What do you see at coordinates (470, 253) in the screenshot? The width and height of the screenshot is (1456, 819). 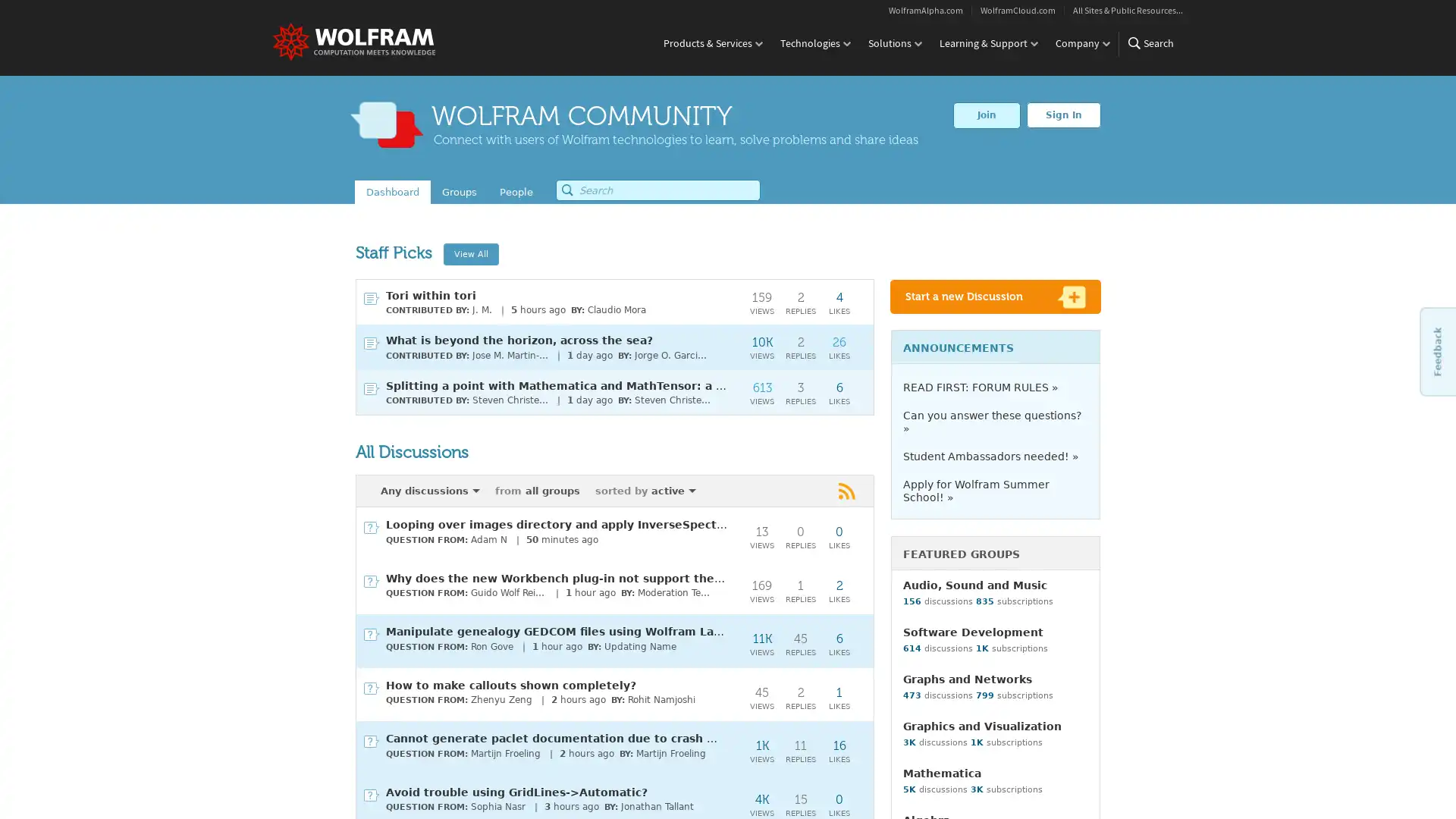 I see `View All` at bounding box center [470, 253].